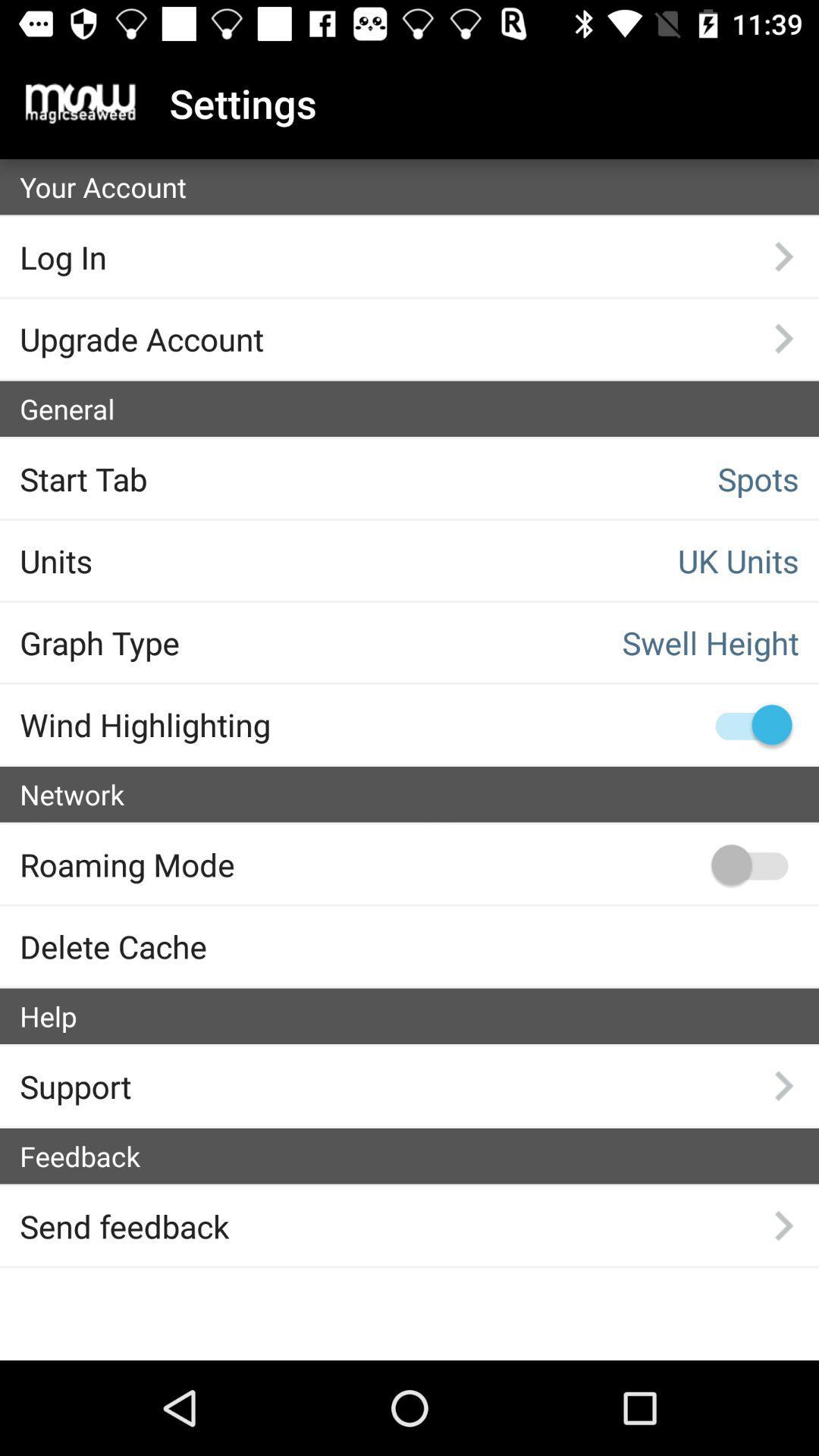 This screenshot has height=1456, width=819. I want to click on the button start tab on the web page, so click(198, 478).